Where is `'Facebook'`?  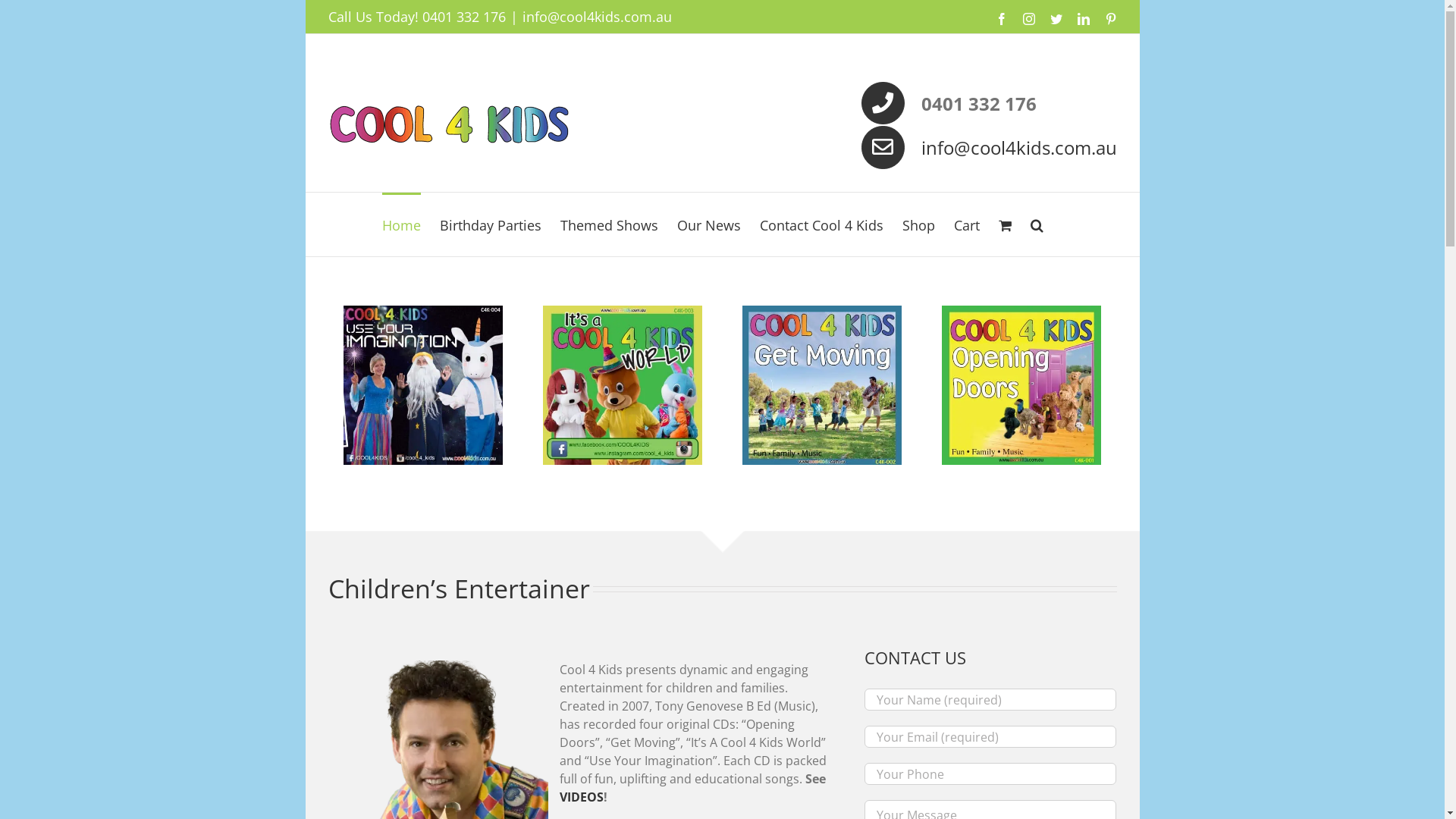
'Facebook' is located at coordinates (1001, 18).